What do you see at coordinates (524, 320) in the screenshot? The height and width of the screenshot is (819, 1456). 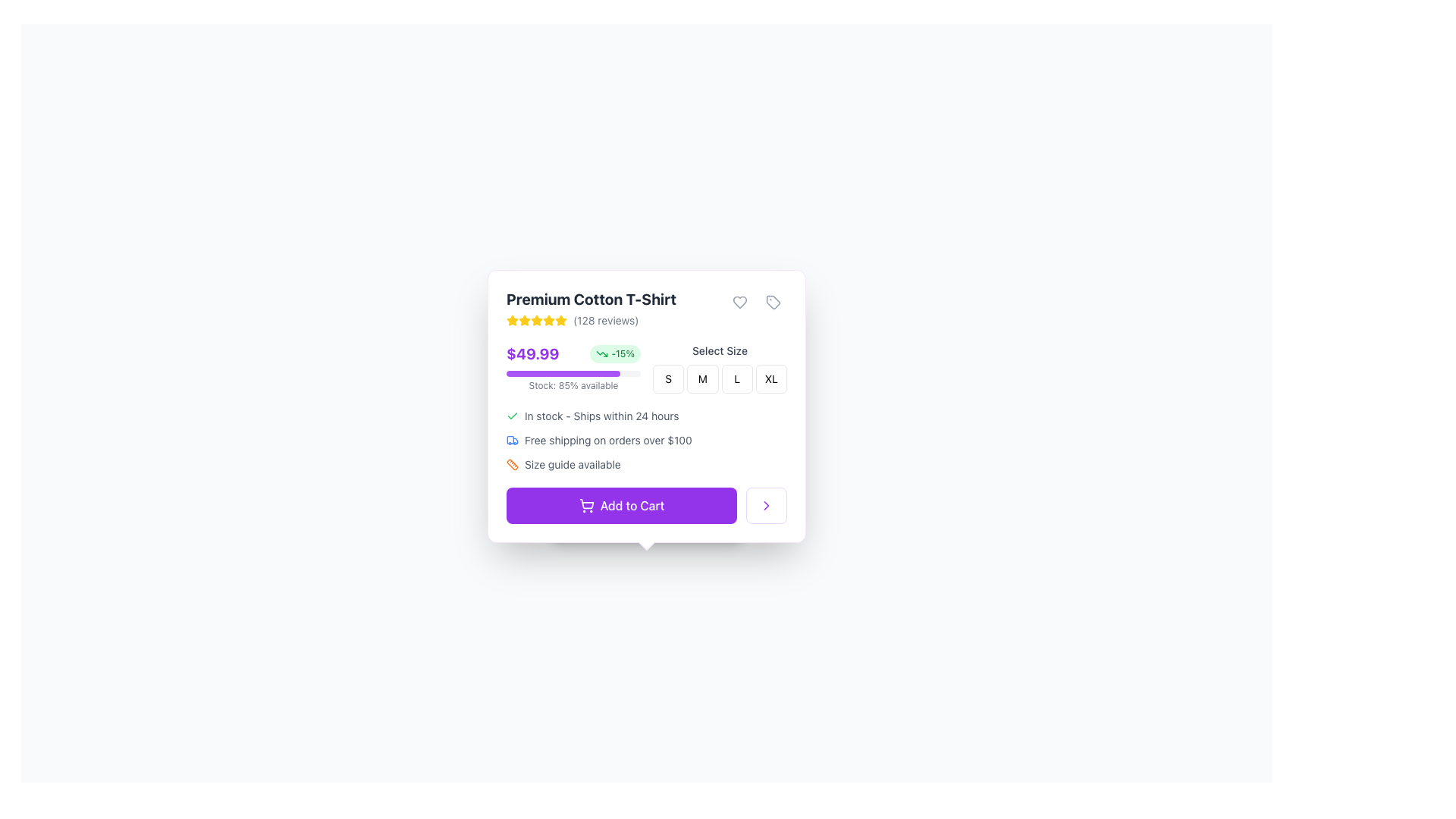 I see `the third star icon in the rating component above the price label` at bounding box center [524, 320].